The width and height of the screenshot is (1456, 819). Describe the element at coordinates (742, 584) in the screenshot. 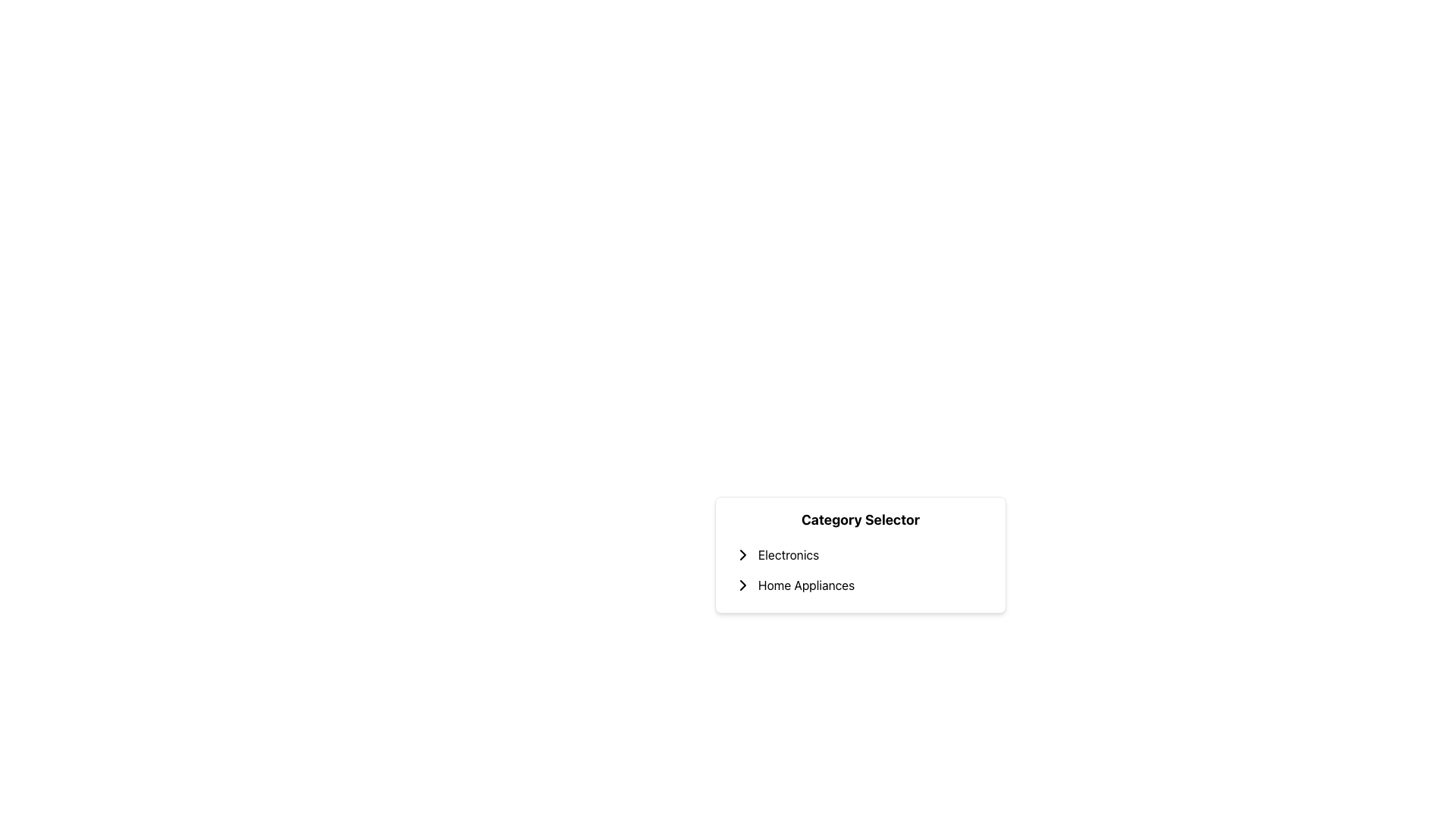

I see `the black chevron icon facing right, which is positioned to the left of the text 'Home Appliances' in the menu list` at that location.